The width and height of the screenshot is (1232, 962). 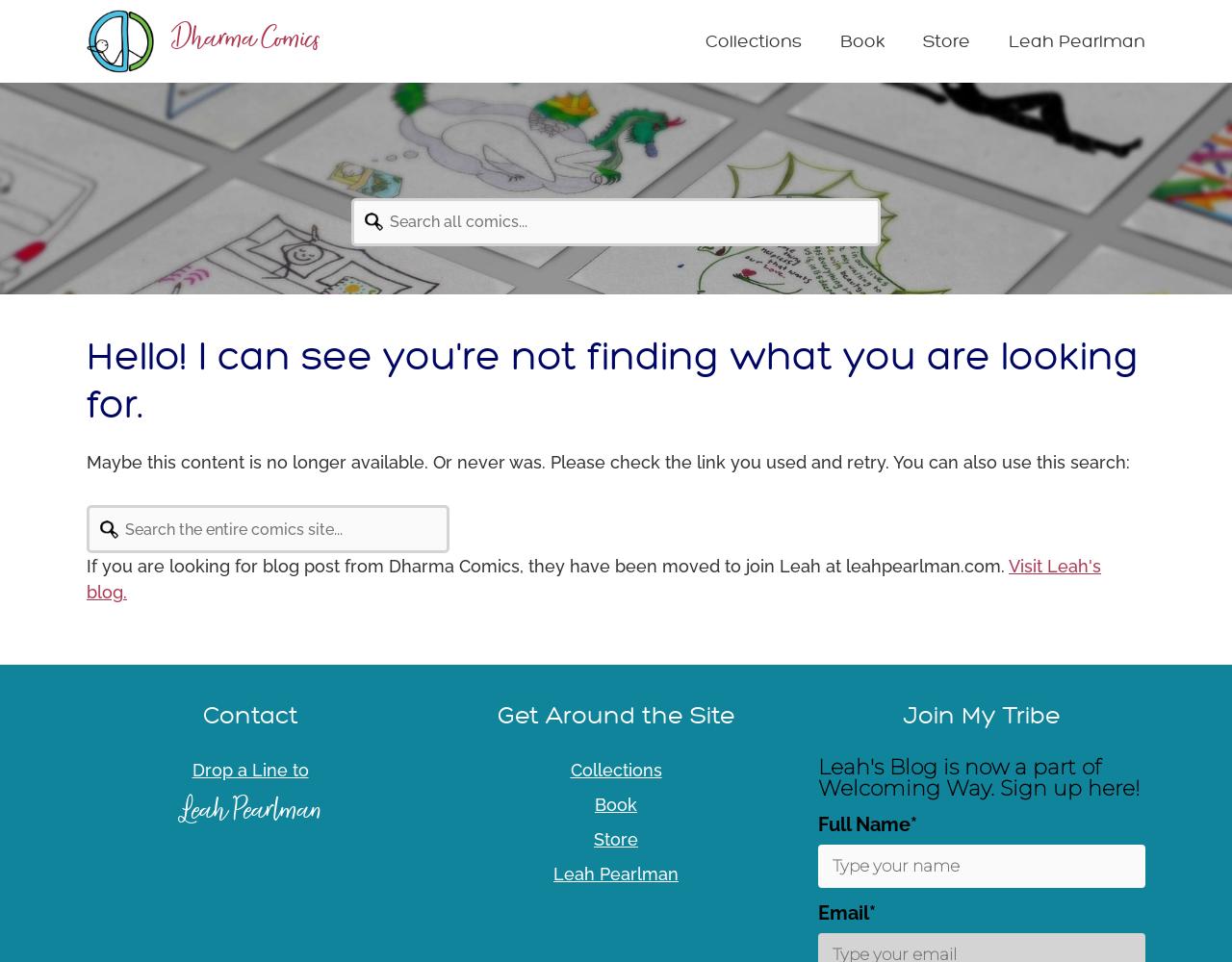 I want to click on 'Maybe this content is no longer available. Or never was. Please check the link you used and retry. You can also use this search:', so click(x=607, y=460).